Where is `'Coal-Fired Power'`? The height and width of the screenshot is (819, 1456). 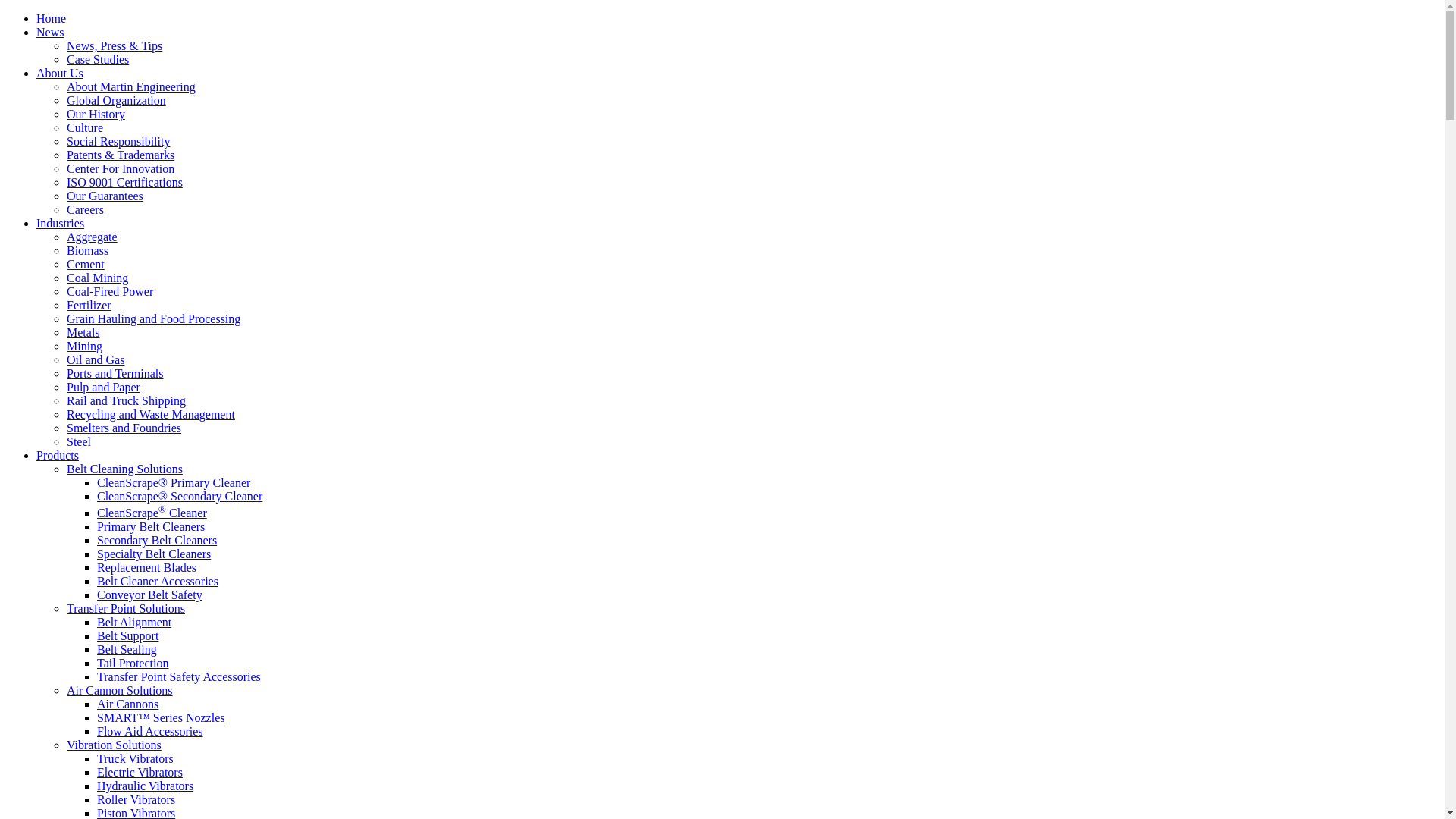
'Coal-Fired Power' is located at coordinates (108, 291).